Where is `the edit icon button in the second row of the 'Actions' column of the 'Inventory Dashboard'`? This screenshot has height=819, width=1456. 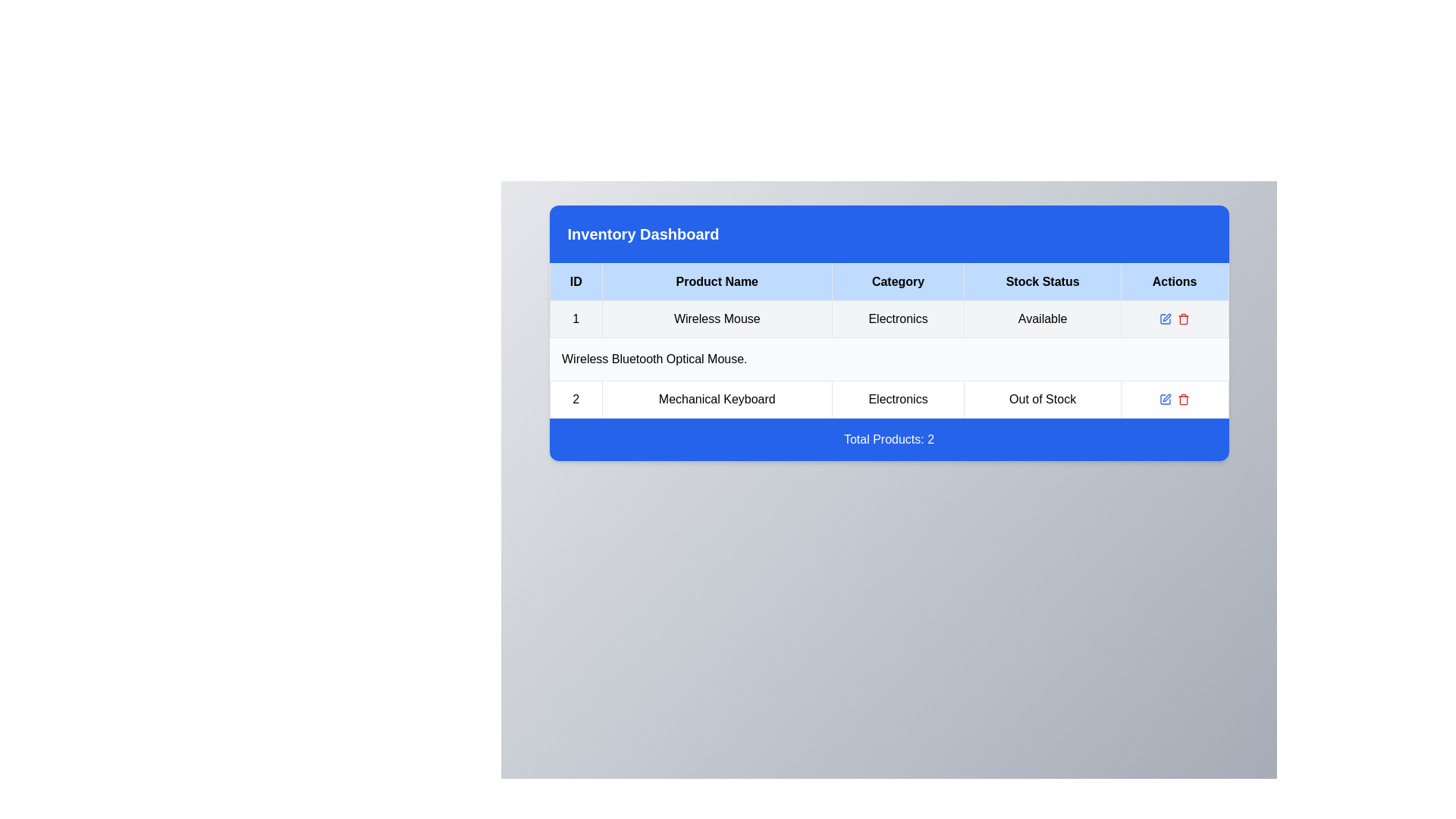
the edit icon button in the second row of the 'Actions' column of the 'Inventory Dashboard' is located at coordinates (1165, 318).